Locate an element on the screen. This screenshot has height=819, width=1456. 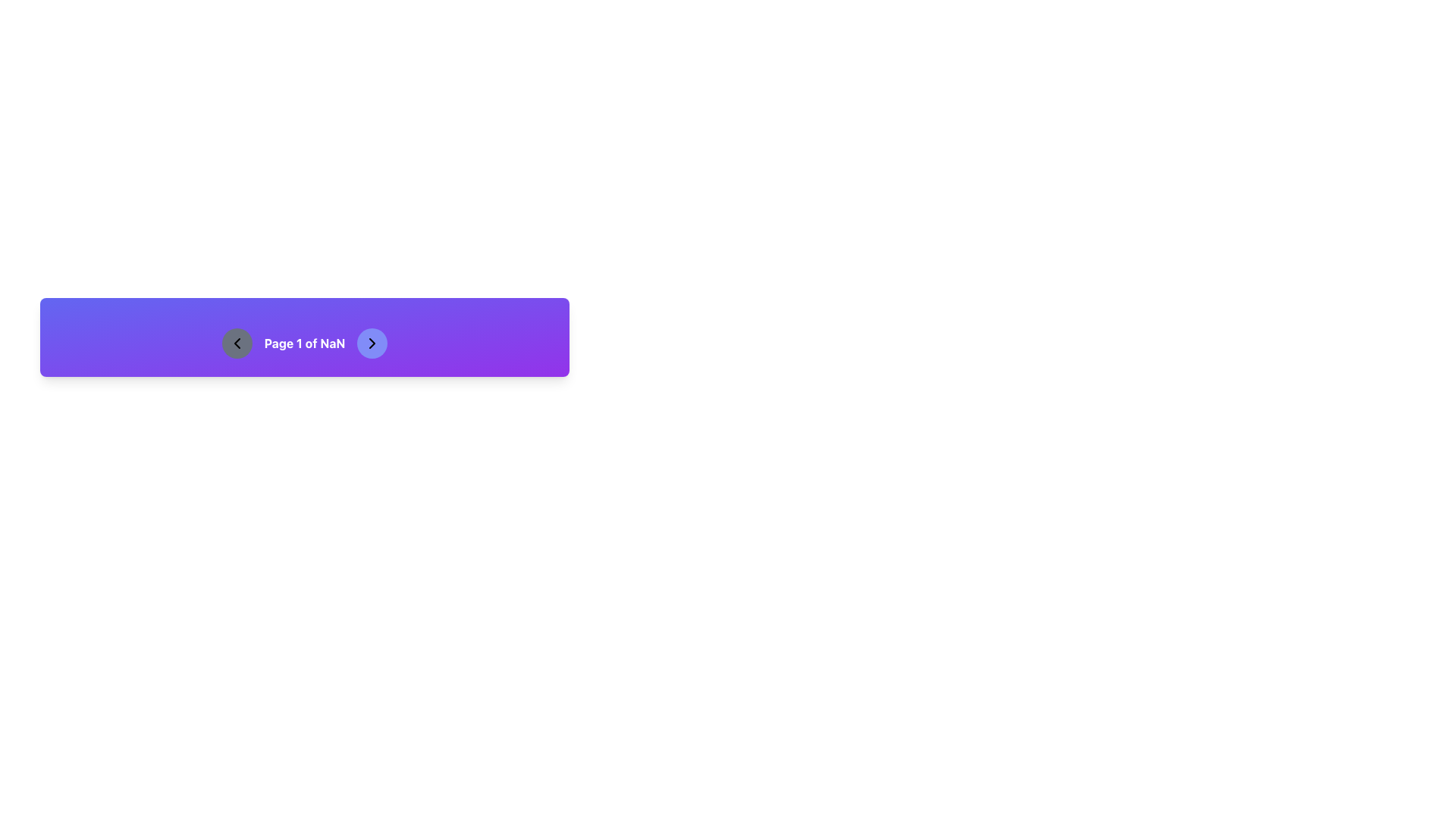
the rightward-pointing chevron icon inside the circular button with an indigo background is located at coordinates (372, 343).